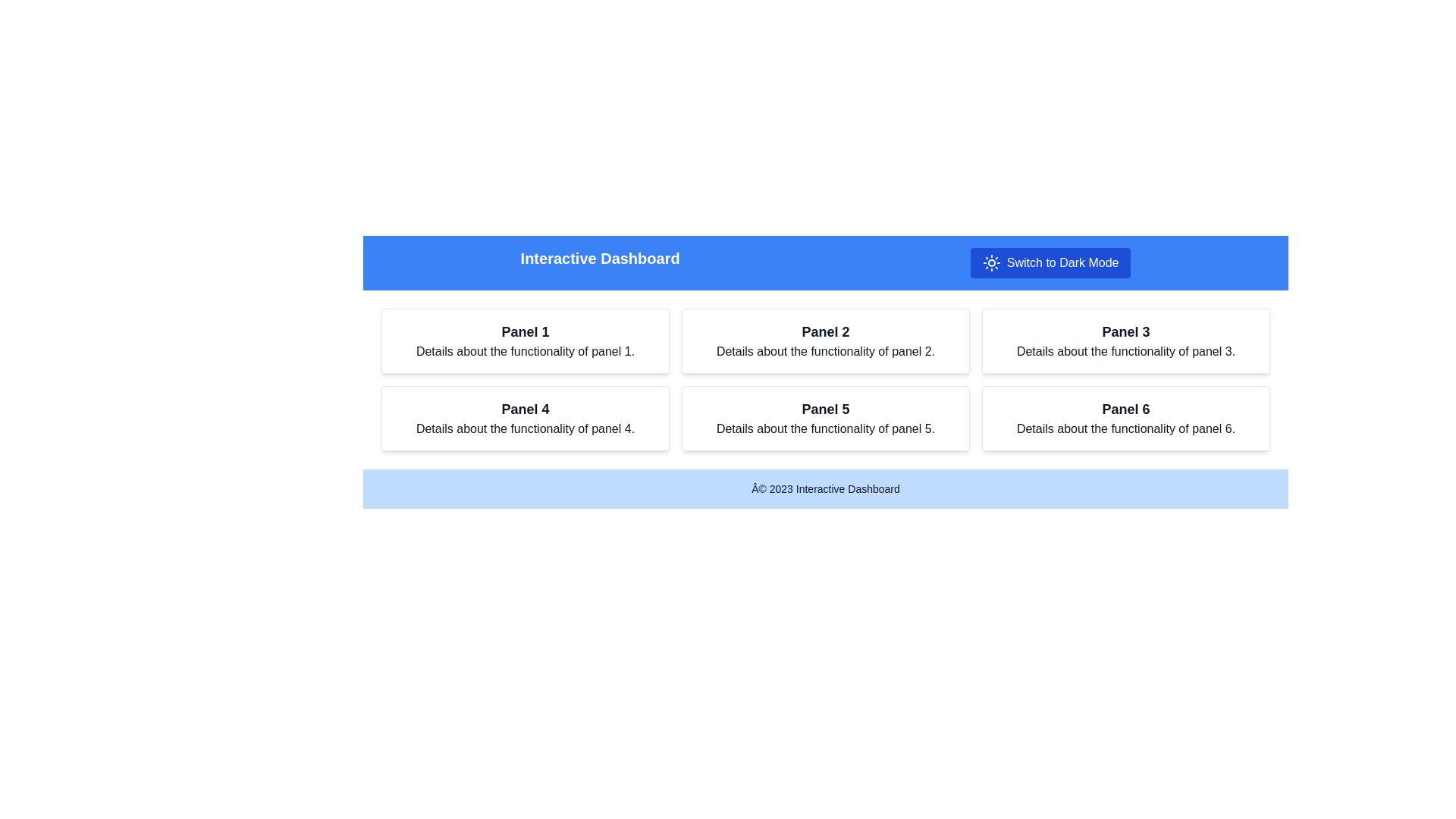  What do you see at coordinates (1125, 418) in the screenshot?
I see `the Informational panel labeled 'Panel 6' which contains a bold title and a subtitle, located in the bottom-right corner of a 3x2 grid layout` at bounding box center [1125, 418].